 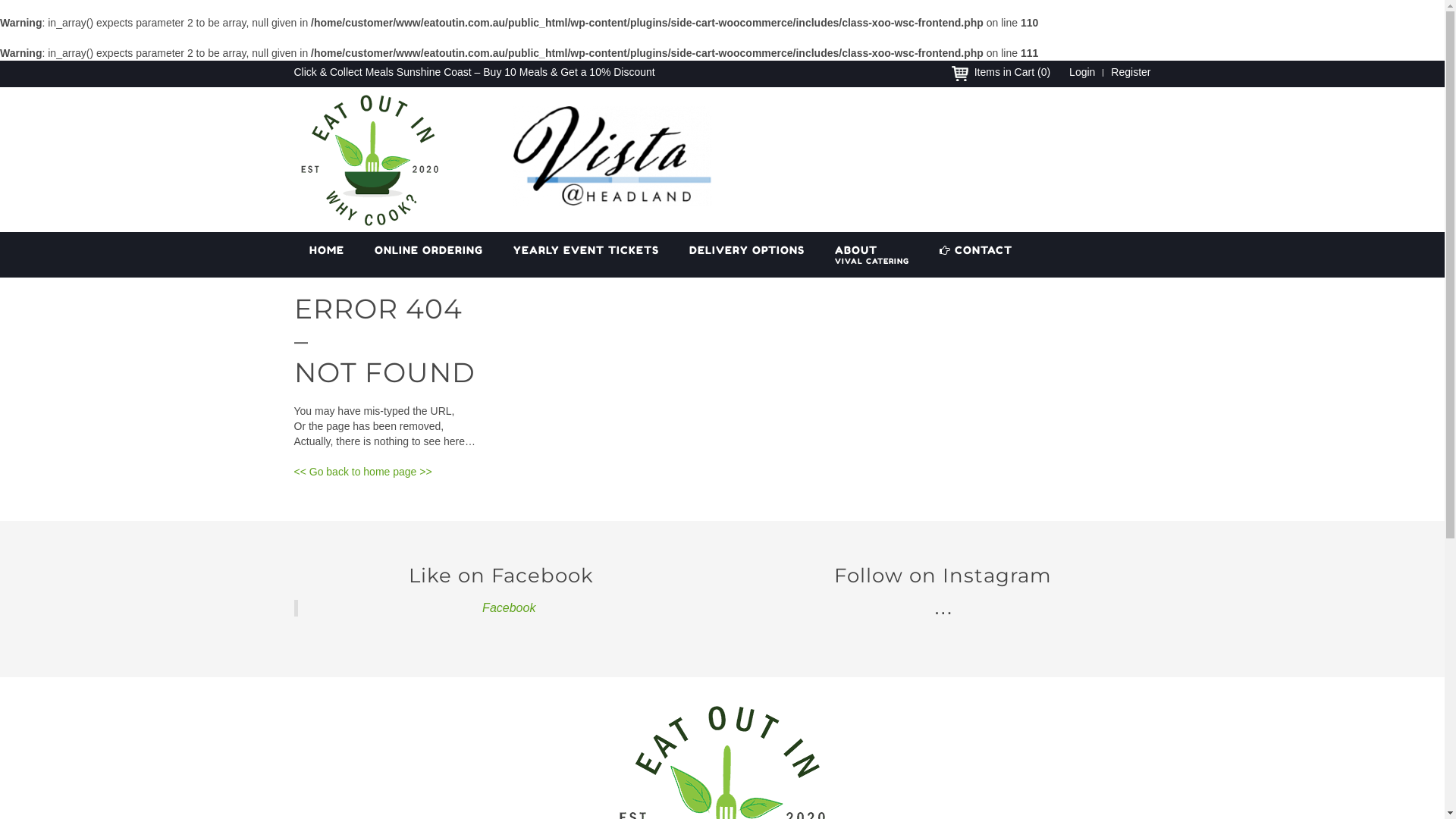 I want to click on 'ABOUT, so click(x=871, y=253).